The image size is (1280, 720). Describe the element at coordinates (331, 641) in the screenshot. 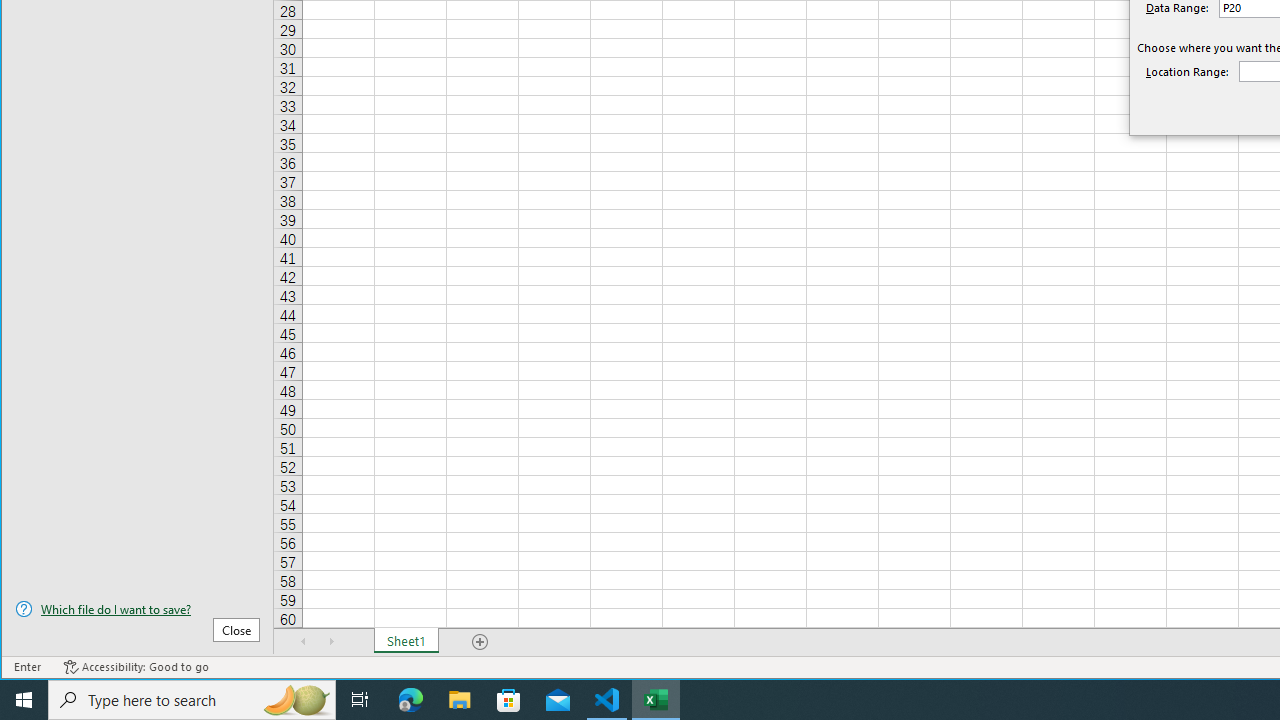

I see `'Scroll Right'` at that location.